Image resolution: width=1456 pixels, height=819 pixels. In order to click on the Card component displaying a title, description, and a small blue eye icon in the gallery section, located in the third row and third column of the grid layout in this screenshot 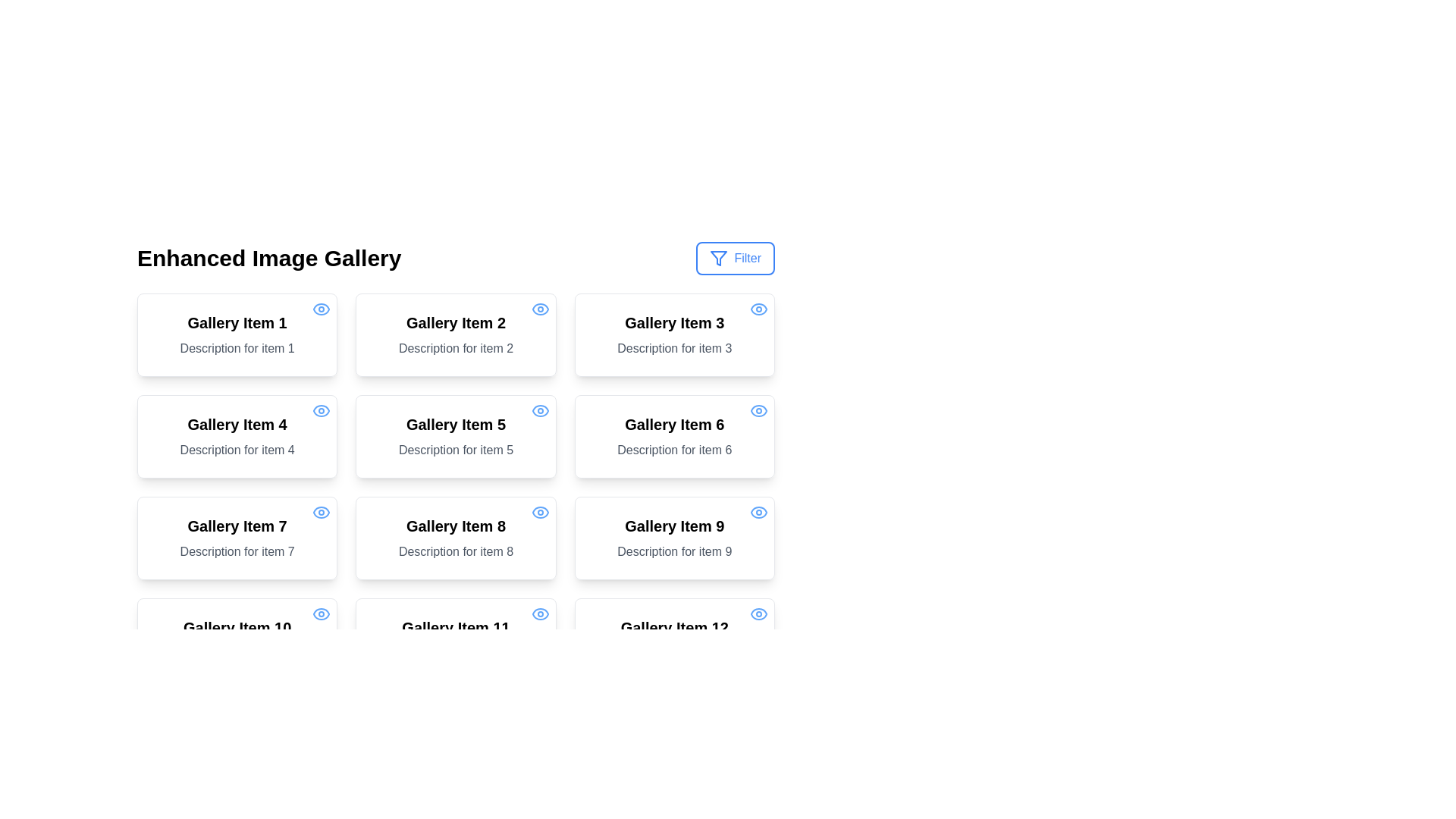, I will do `click(673, 537)`.